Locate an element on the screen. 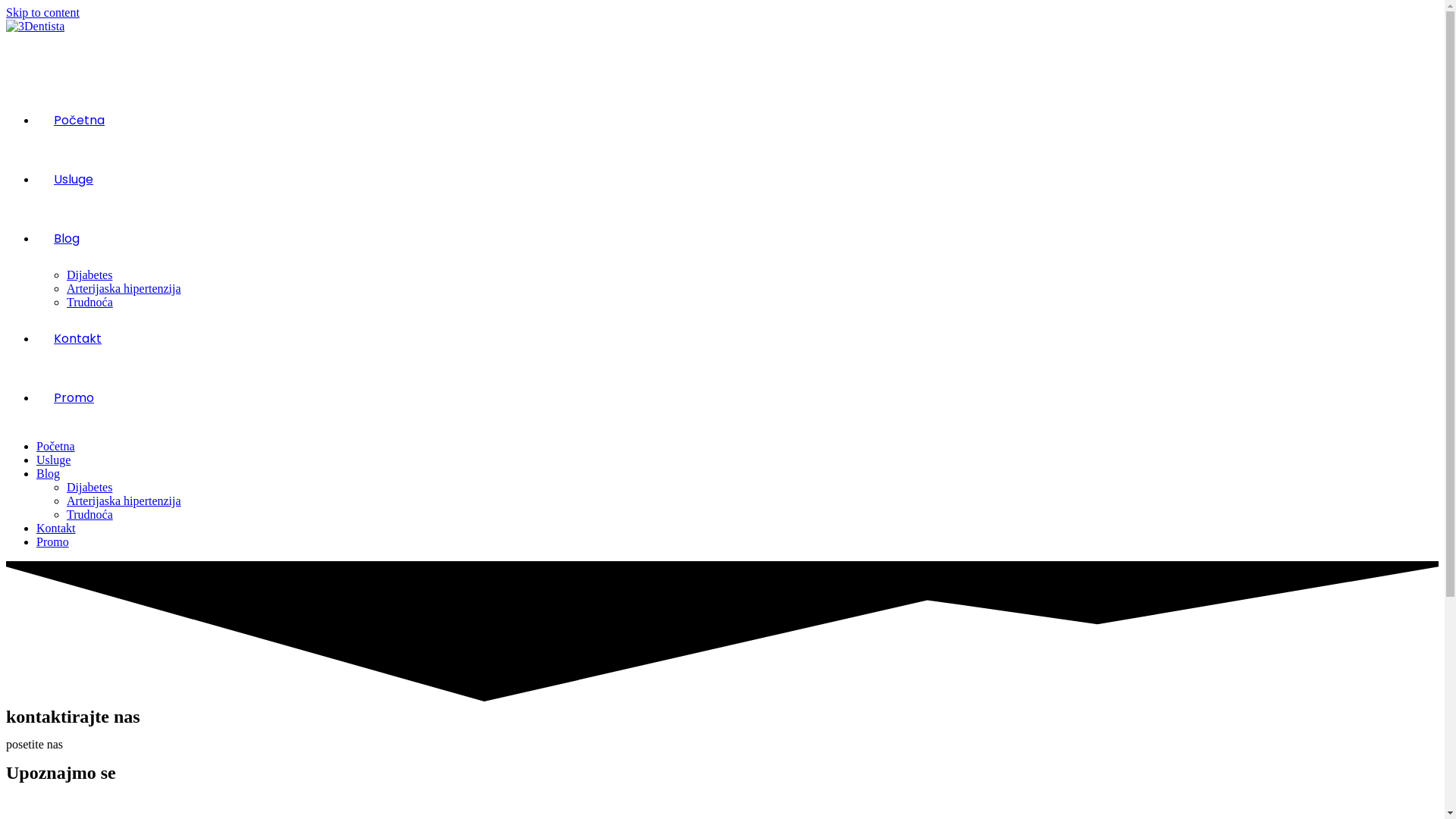 The image size is (1456, 819). 'Arterijaska hipertenzija' is located at coordinates (65, 500).